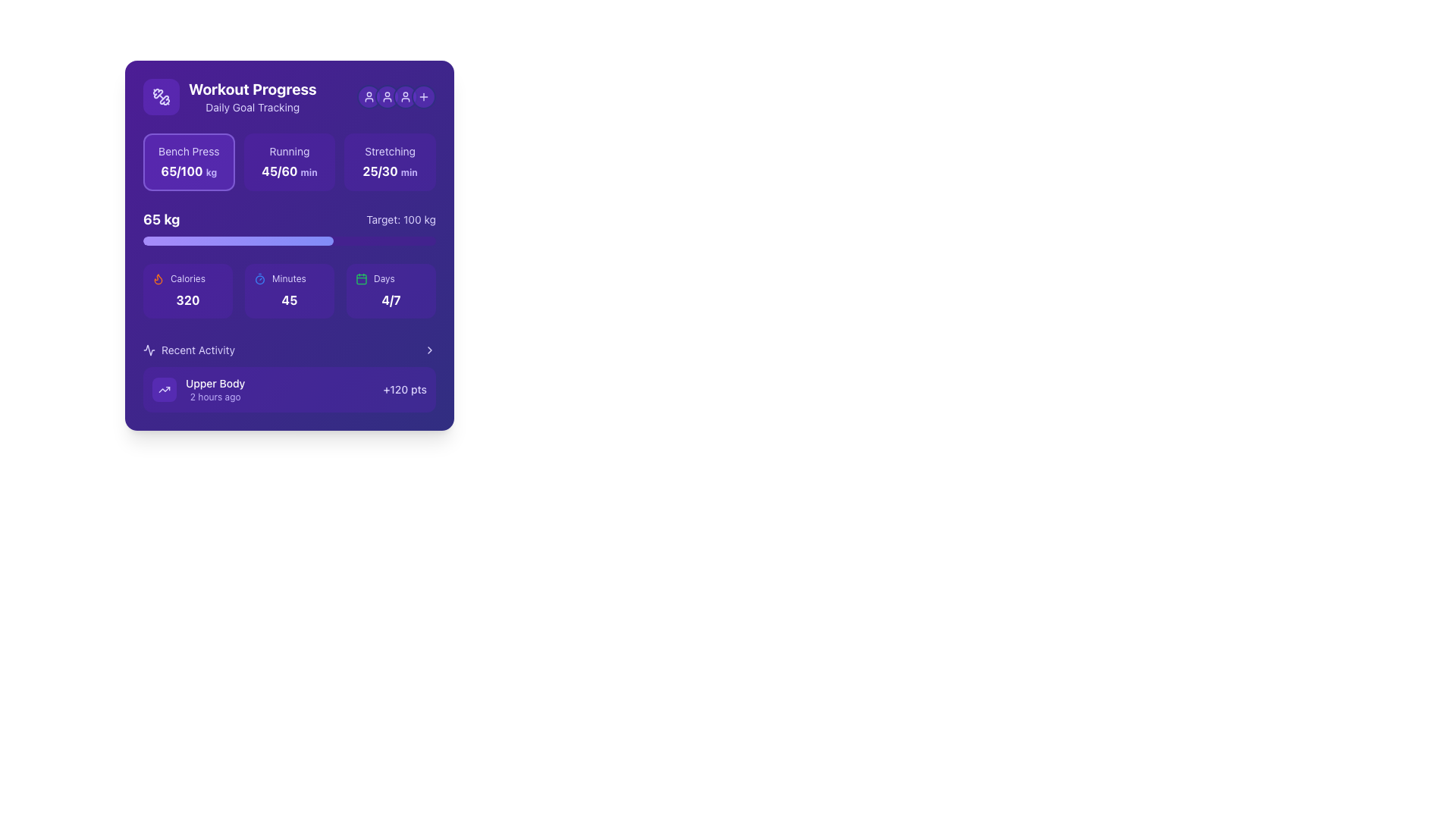  What do you see at coordinates (308, 171) in the screenshot?
I see `the text label indicating the time unit for the '45/60' running progress metric located to the right of the '45/60' text in the 'Running' section` at bounding box center [308, 171].